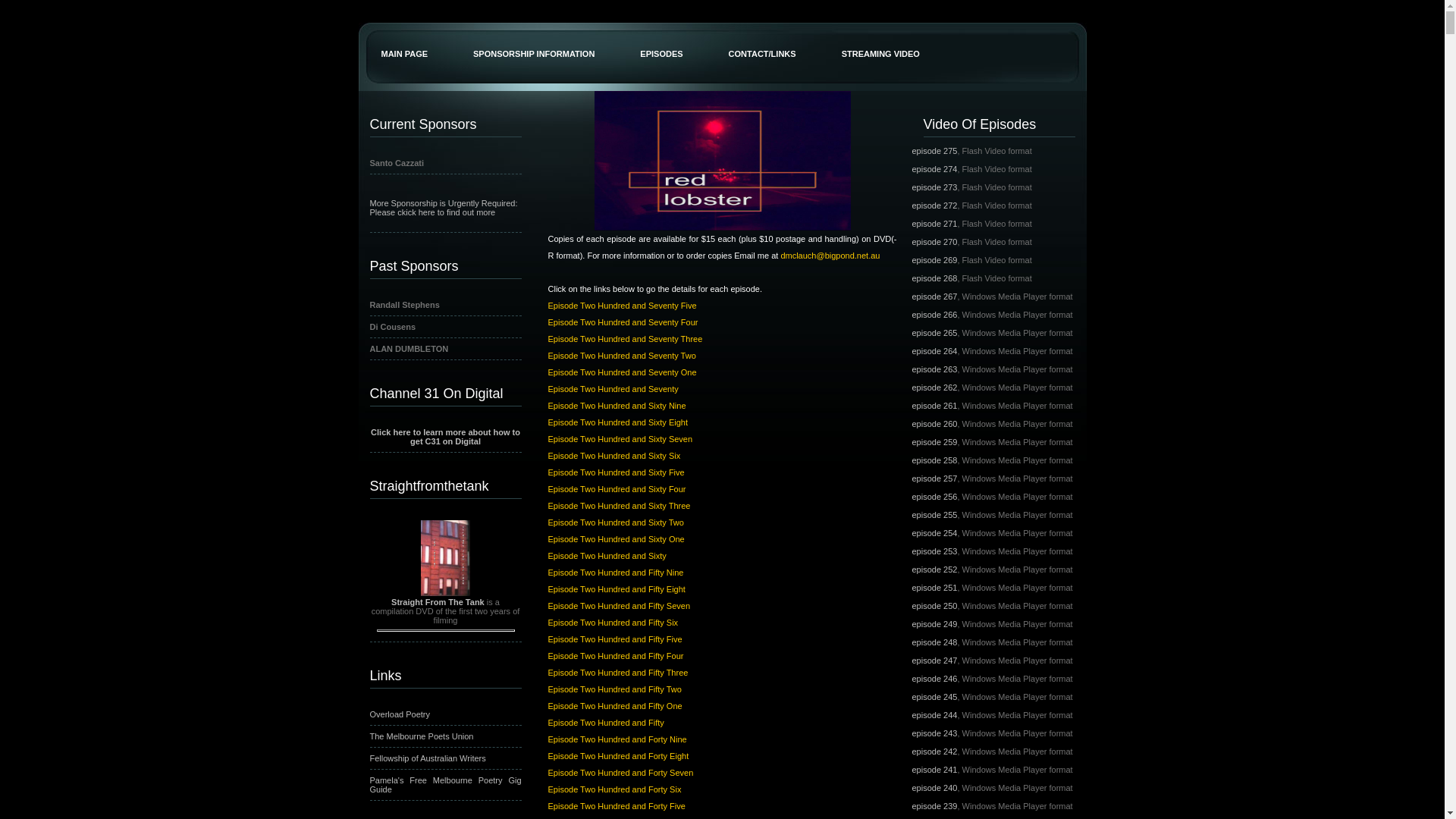 Image resolution: width=1456 pixels, height=819 pixels. I want to click on 'Episode Two Hundred and Forty Seven', so click(546, 772).